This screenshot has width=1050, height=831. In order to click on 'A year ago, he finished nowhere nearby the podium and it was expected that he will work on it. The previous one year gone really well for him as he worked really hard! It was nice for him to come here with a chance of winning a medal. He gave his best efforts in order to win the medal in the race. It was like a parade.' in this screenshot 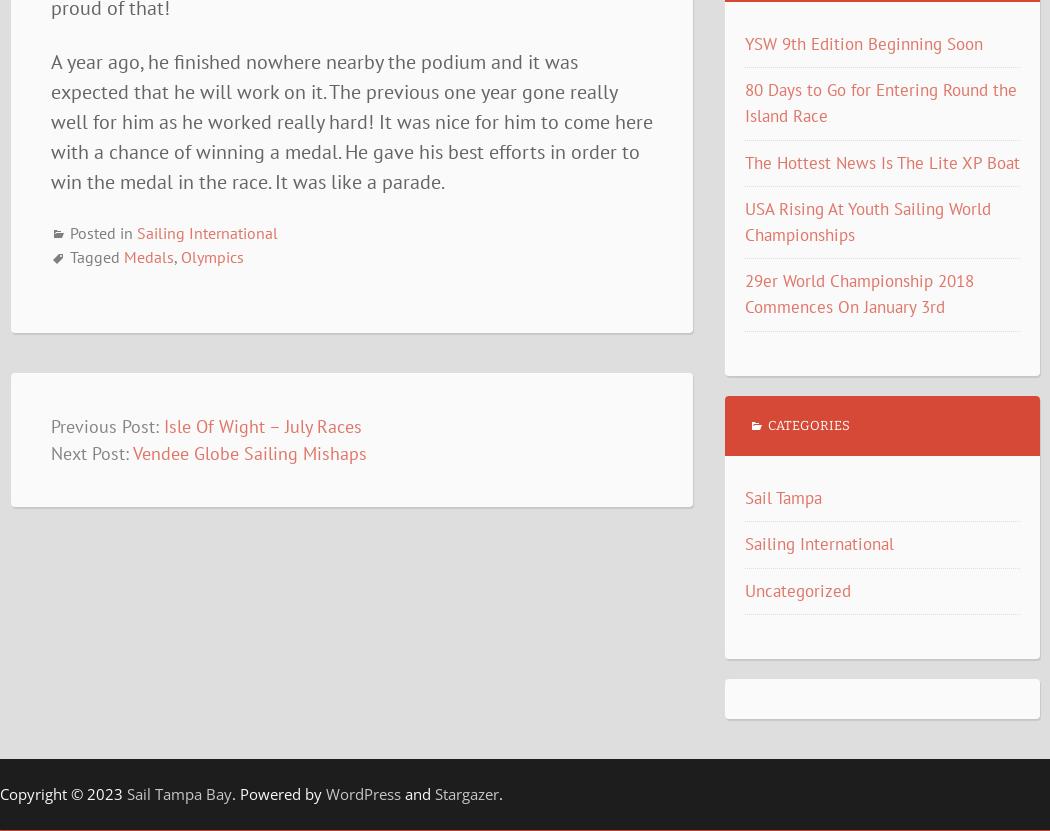, I will do `click(48, 121)`.